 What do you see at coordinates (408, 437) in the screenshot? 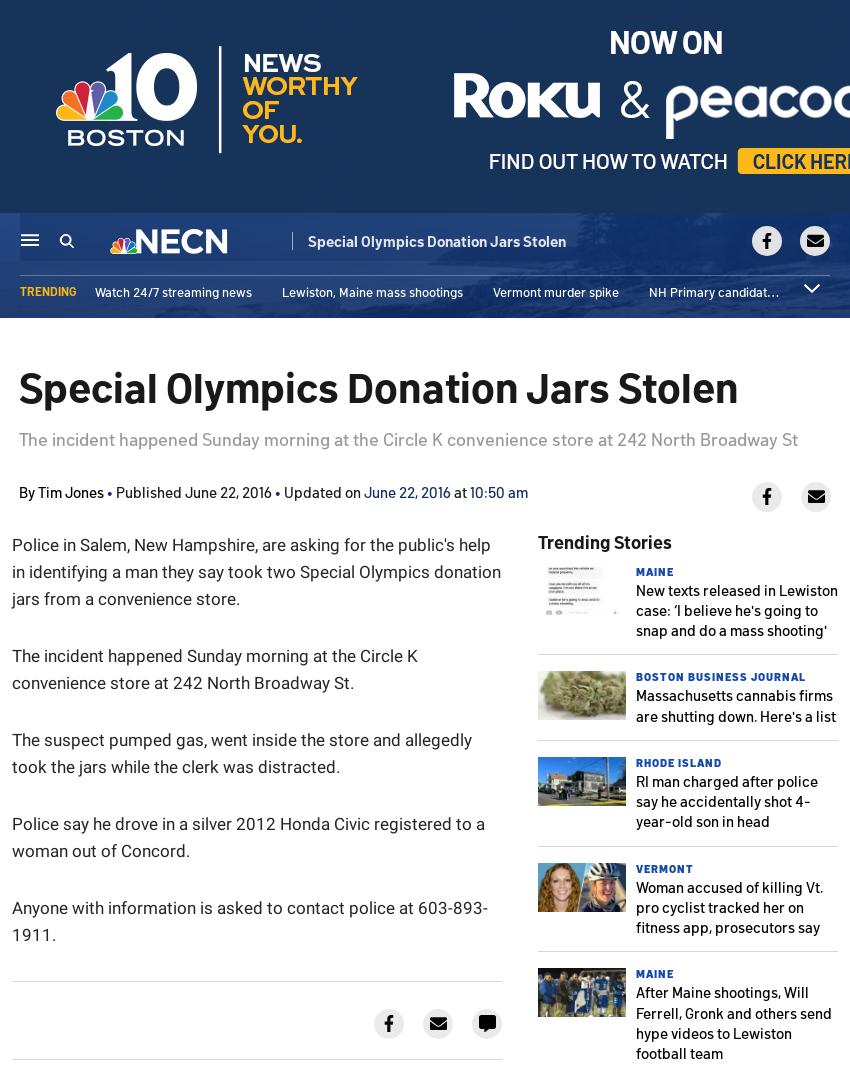
I see `'The incident happened Sunday morning at the Circle K convenience store at 242 North Broadway St'` at bounding box center [408, 437].